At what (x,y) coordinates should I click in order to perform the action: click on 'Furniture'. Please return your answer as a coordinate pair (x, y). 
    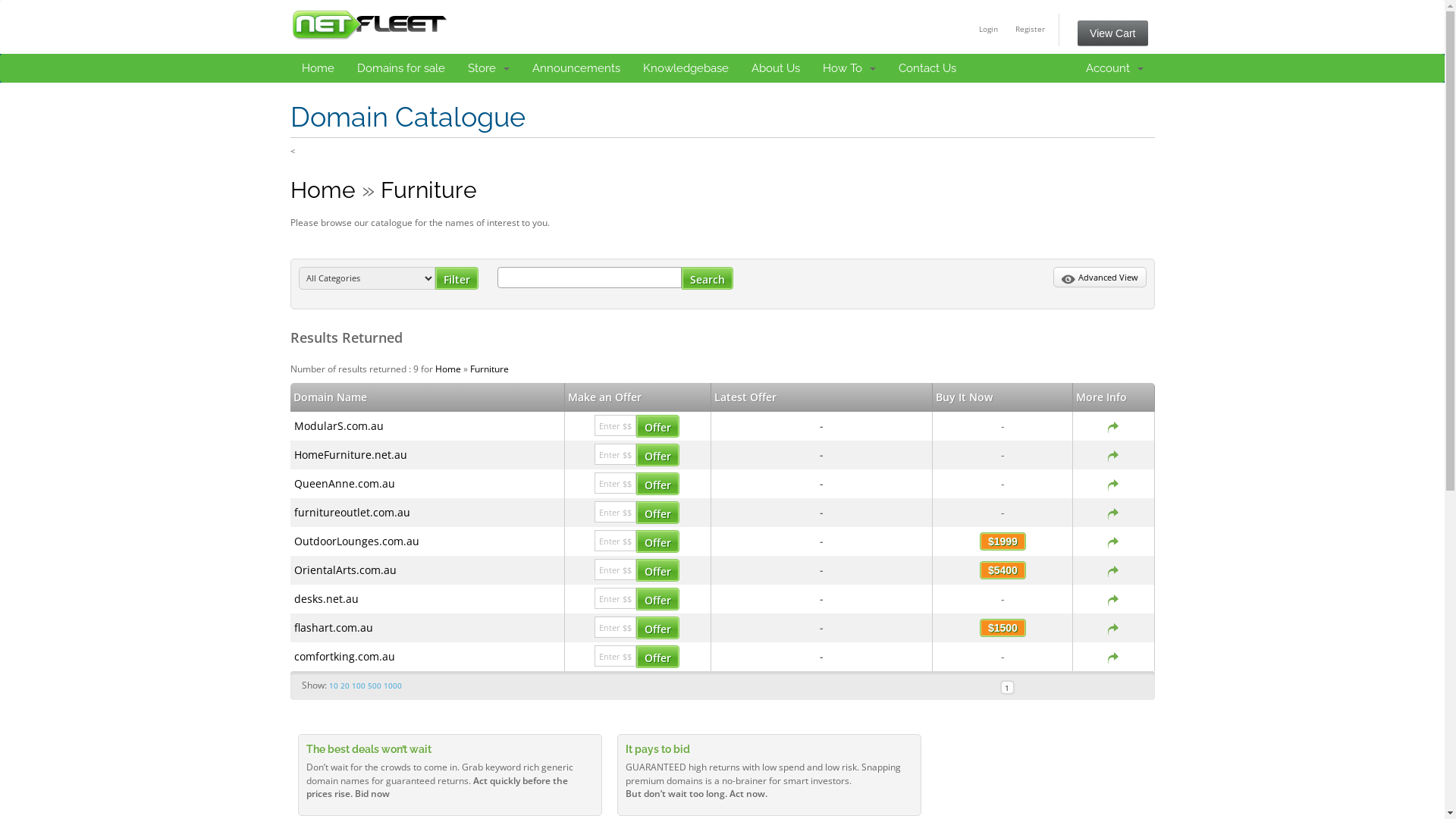
    Looking at the image, I should click on (428, 189).